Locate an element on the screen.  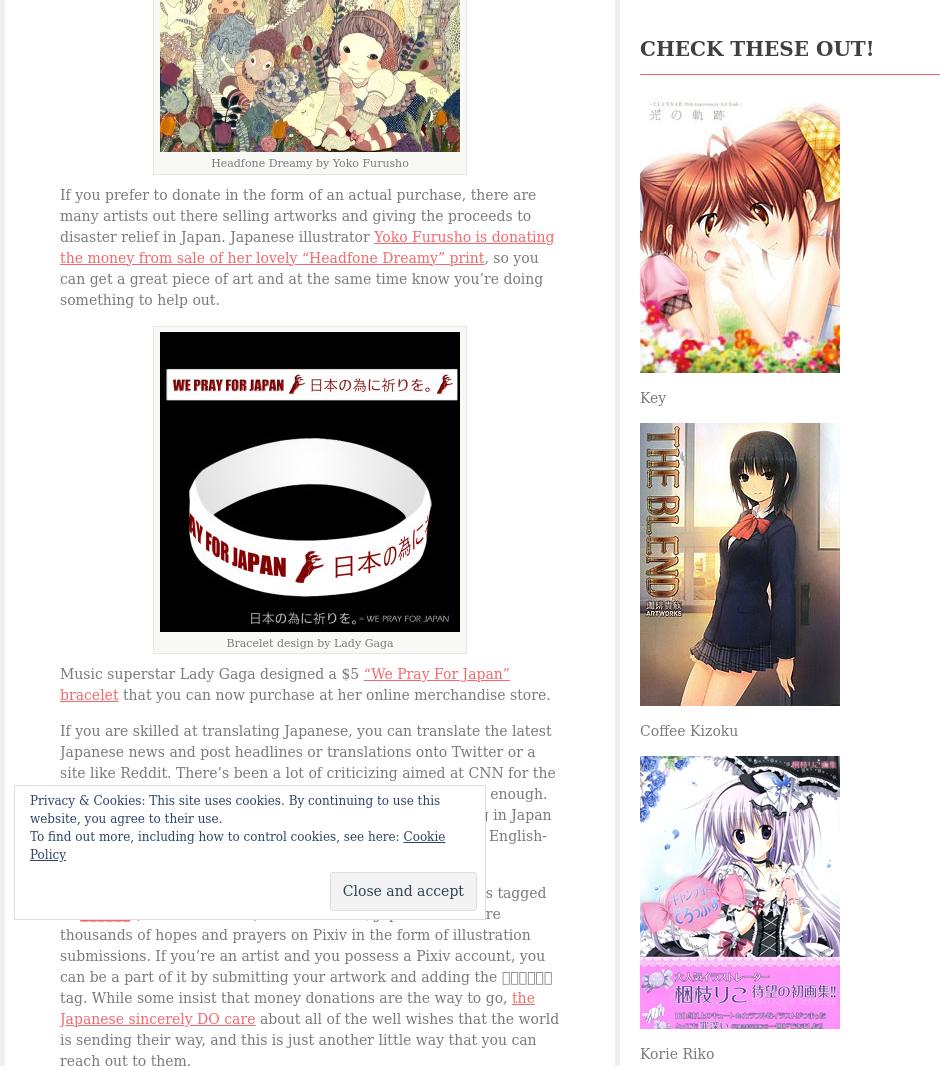
'If you prefer to donate in the form of an actual purchase, there are many artists out there selling artworks and giving the proceeds to disaster relief in Japan. Japanese illustrator' is located at coordinates (296, 214).